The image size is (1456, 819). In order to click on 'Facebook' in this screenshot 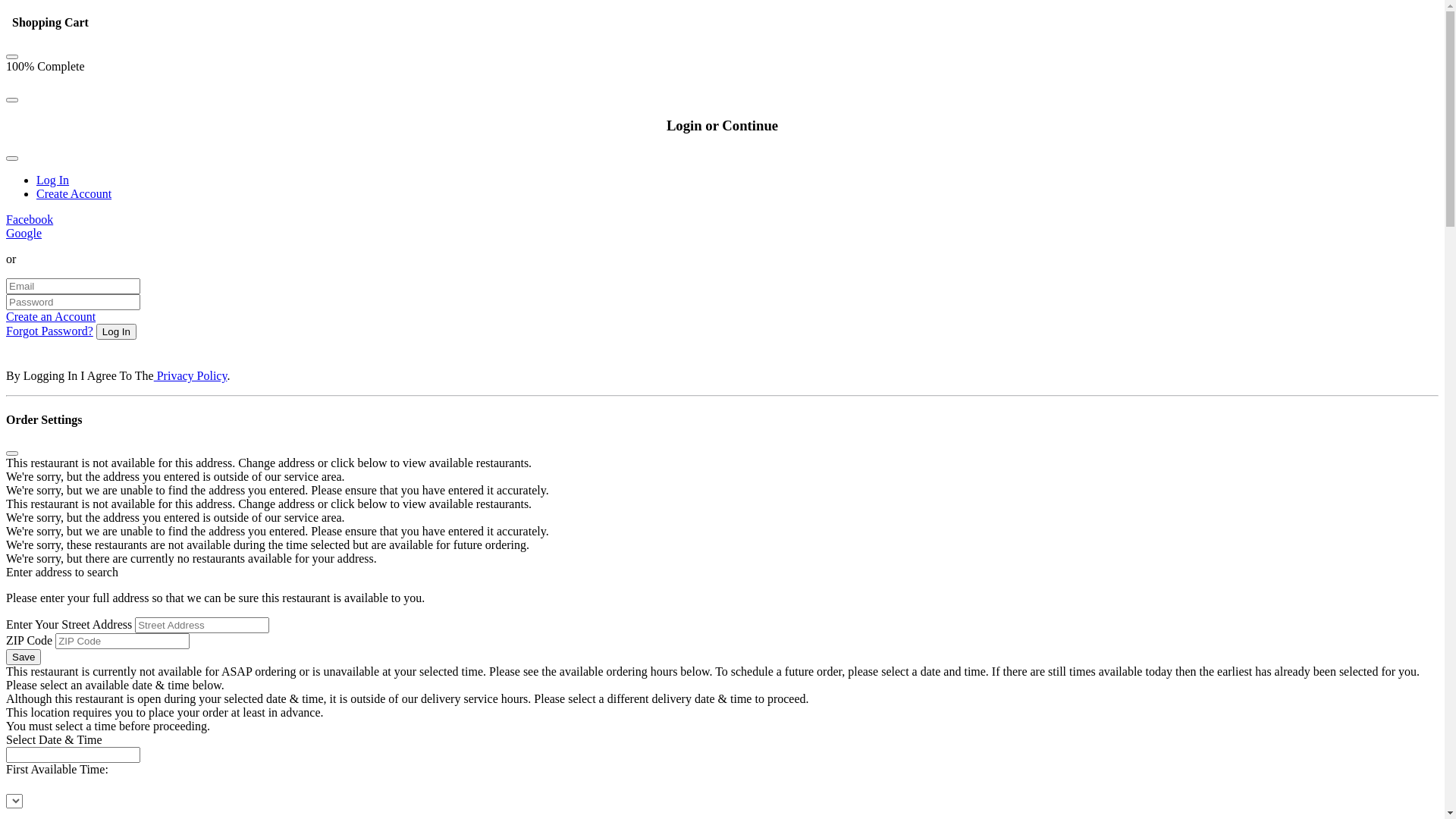, I will do `click(29, 219)`.